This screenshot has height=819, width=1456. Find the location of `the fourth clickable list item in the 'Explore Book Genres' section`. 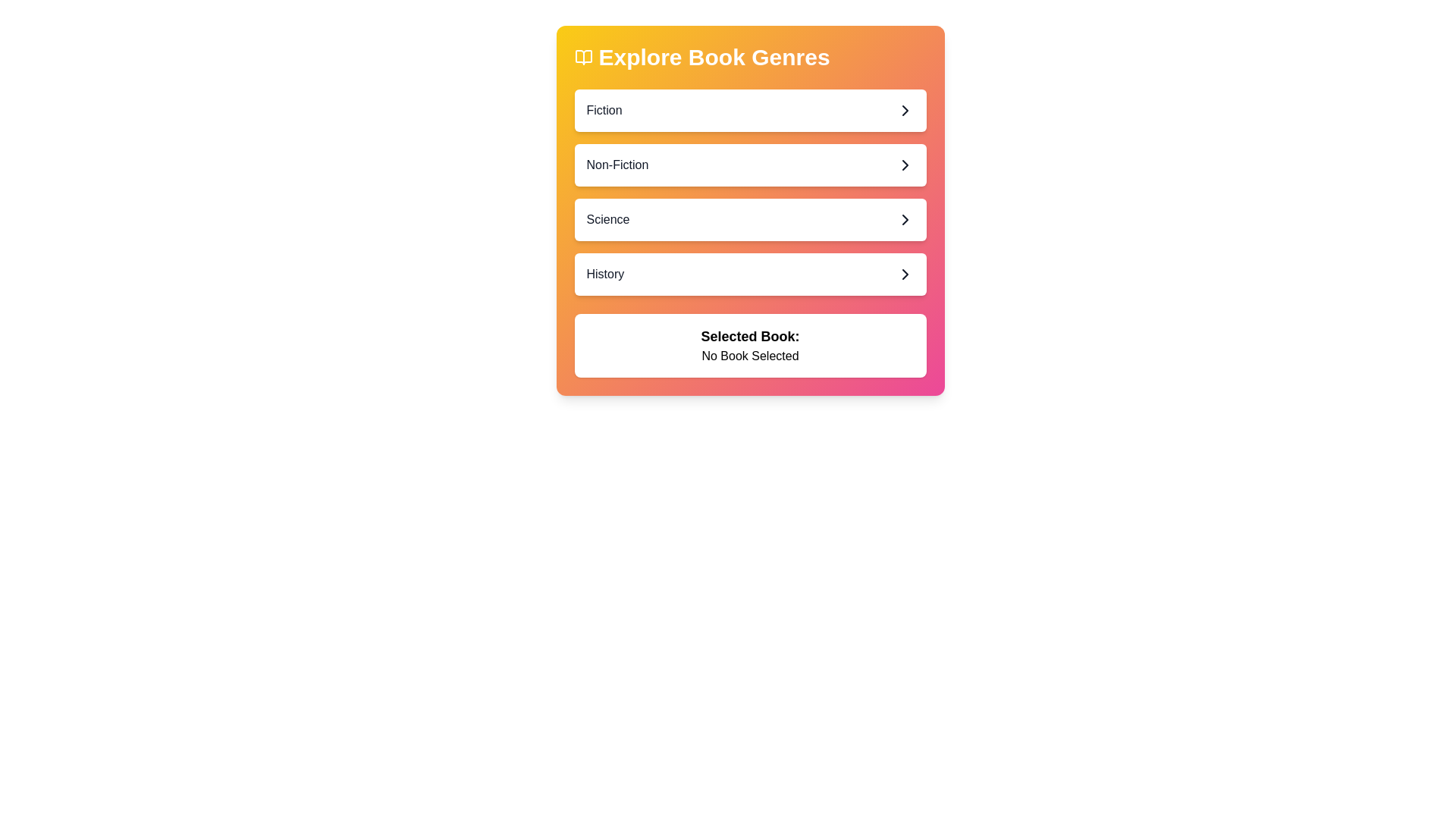

the fourth clickable list item in the 'Explore Book Genres' section is located at coordinates (750, 275).